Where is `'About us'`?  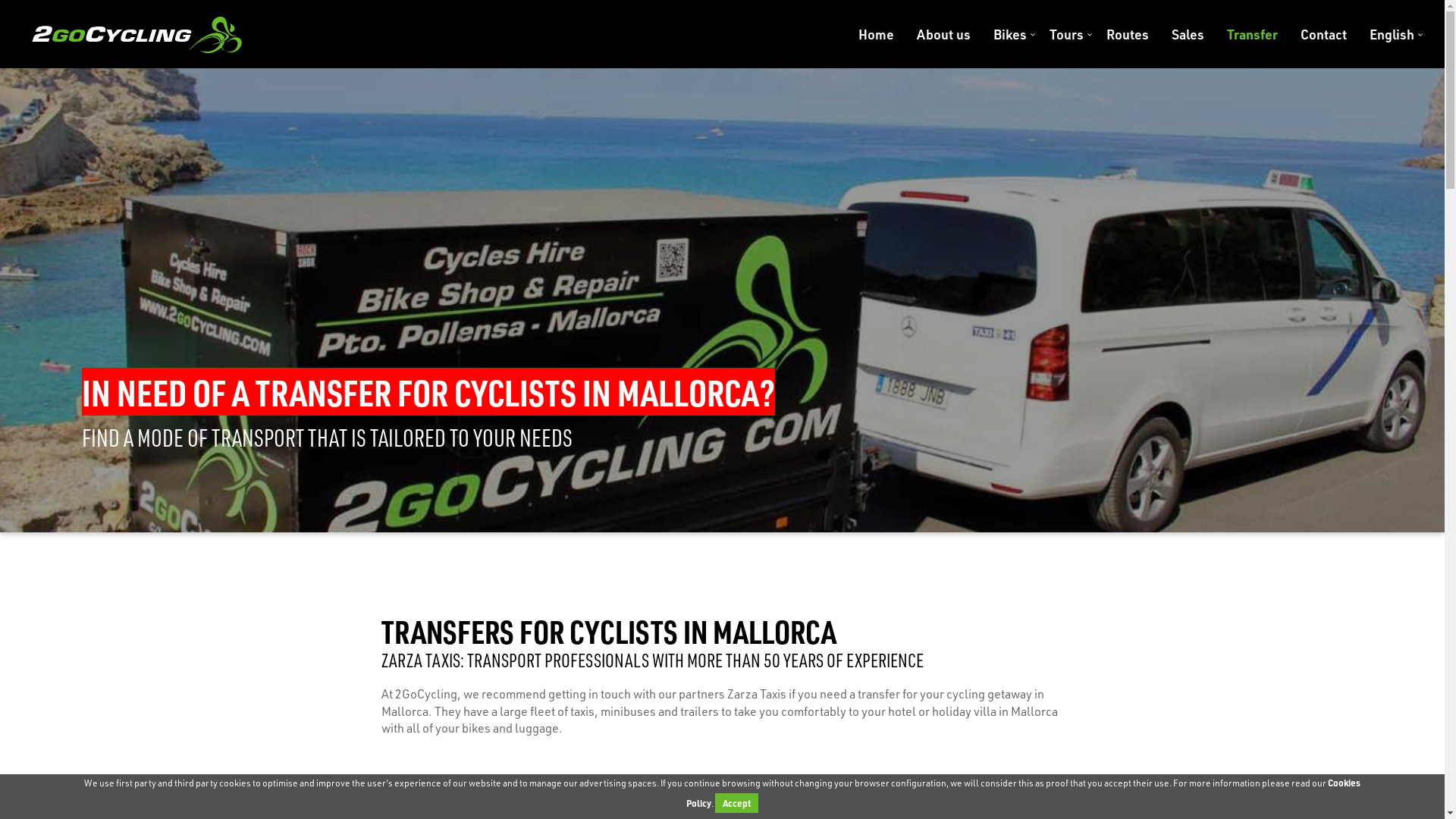
'About us' is located at coordinates (943, 34).